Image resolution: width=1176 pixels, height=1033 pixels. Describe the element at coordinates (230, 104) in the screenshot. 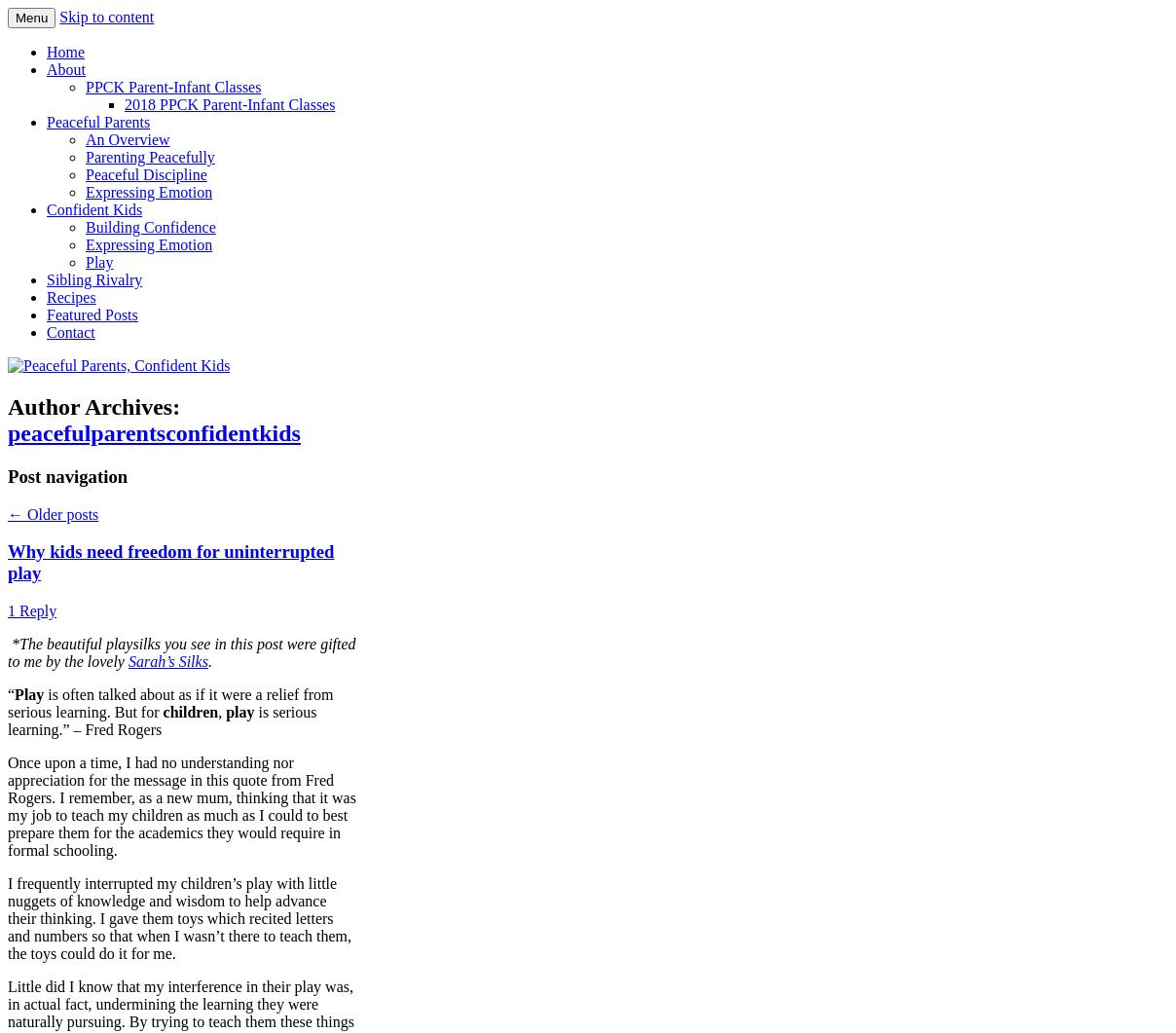

I see `'2018 PPCK Parent-Infant Classes'` at that location.